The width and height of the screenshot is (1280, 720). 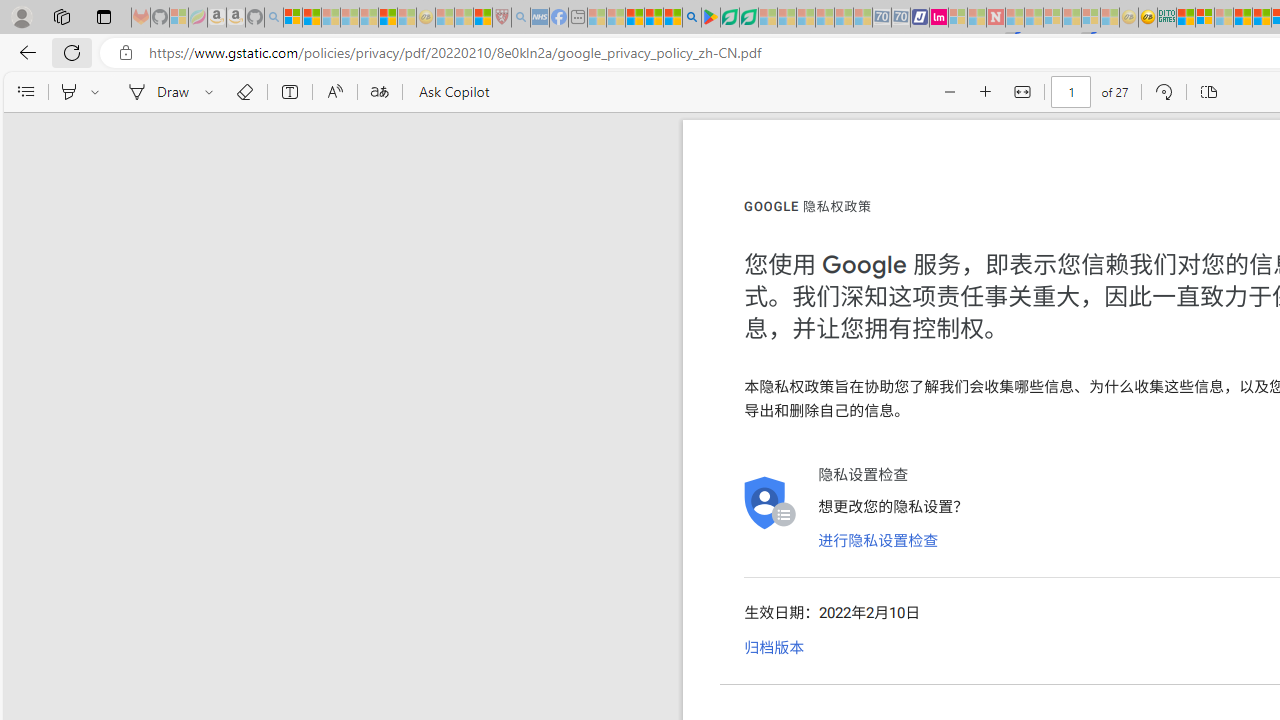 What do you see at coordinates (949, 92) in the screenshot?
I see `'Zoom out (Ctrl+Minus key)'` at bounding box center [949, 92].